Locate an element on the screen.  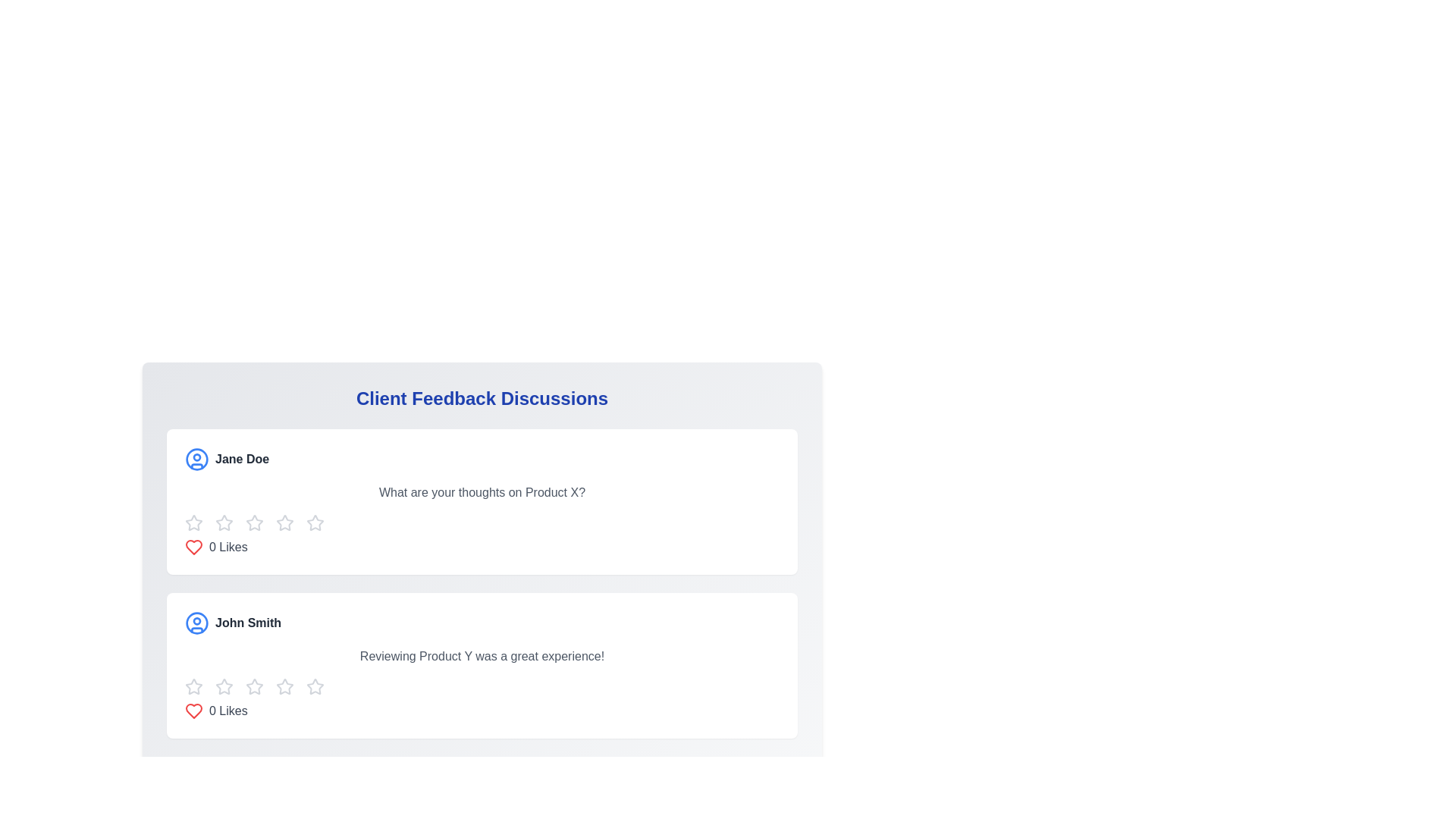
the red heart-shaped icon indicating 'like' or 'favorite' for user 'Jane Doe' is located at coordinates (193, 711).